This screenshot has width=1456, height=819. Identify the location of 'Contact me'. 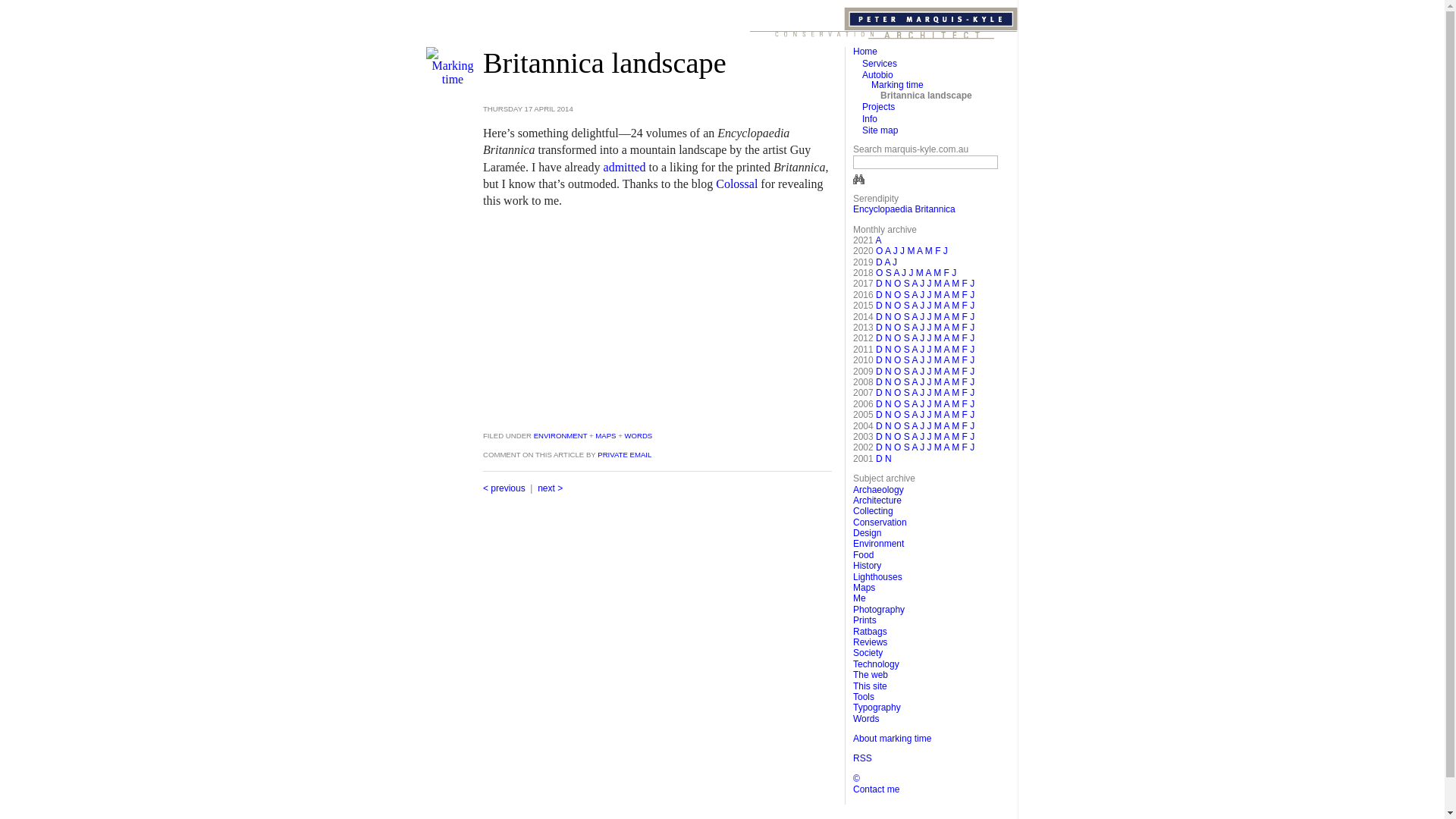
(852, 789).